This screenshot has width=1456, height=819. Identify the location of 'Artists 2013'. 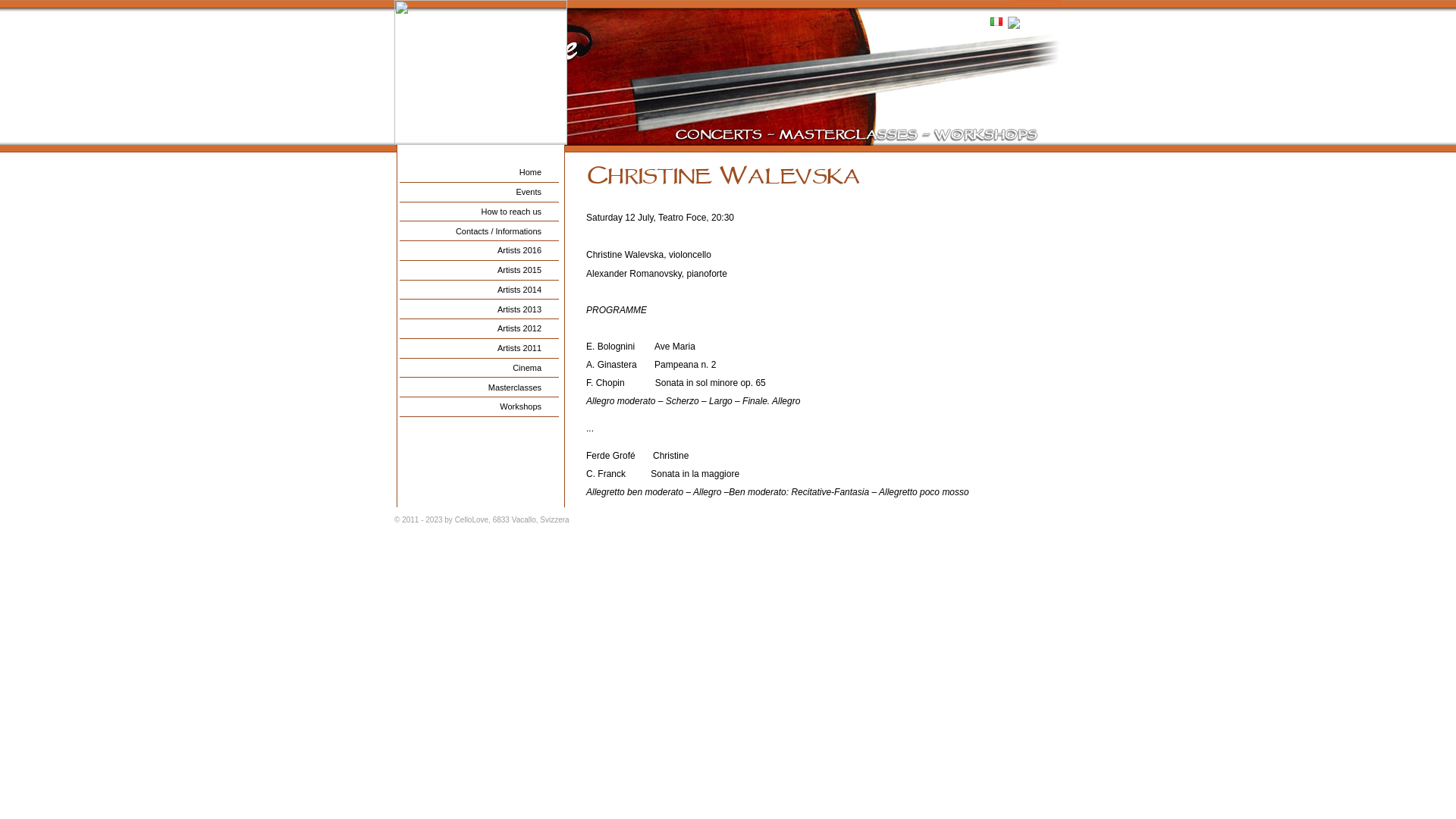
(479, 309).